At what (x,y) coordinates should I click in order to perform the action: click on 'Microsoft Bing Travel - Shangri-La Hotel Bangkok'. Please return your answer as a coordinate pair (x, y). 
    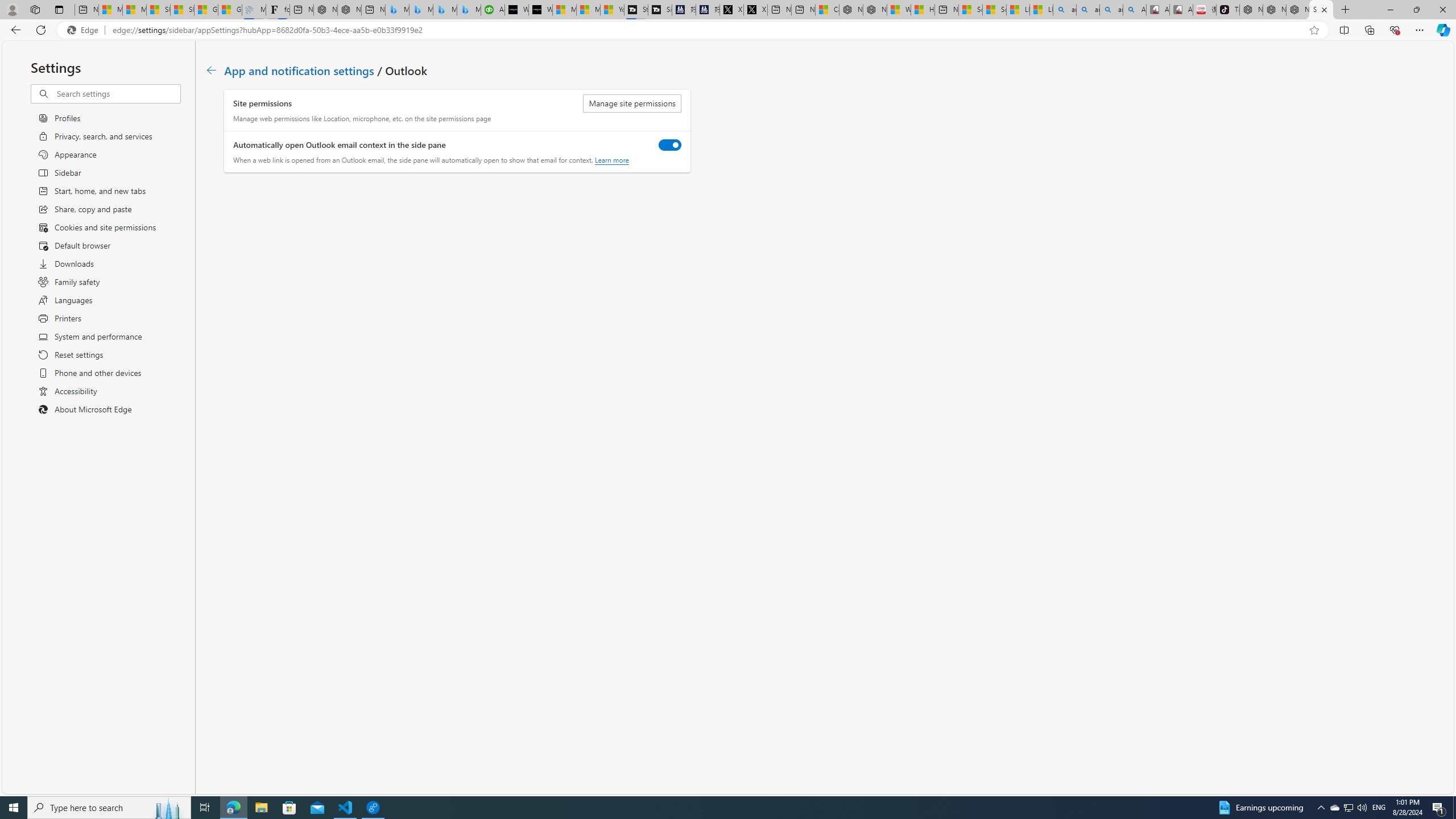
    Looking at the image, I should click on (469, 9).